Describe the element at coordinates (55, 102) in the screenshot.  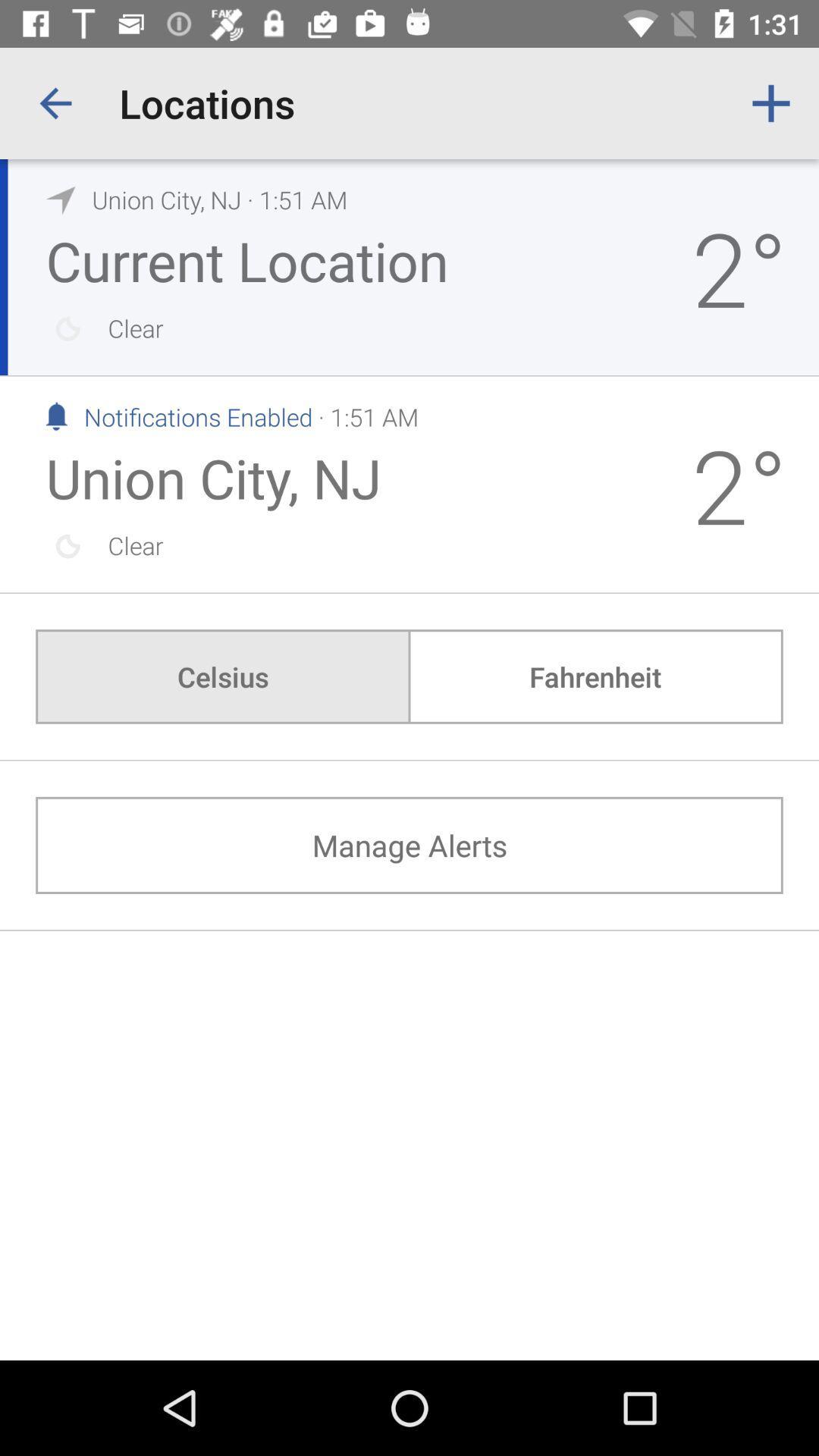
I see `the icon next to locations icon` at that location.